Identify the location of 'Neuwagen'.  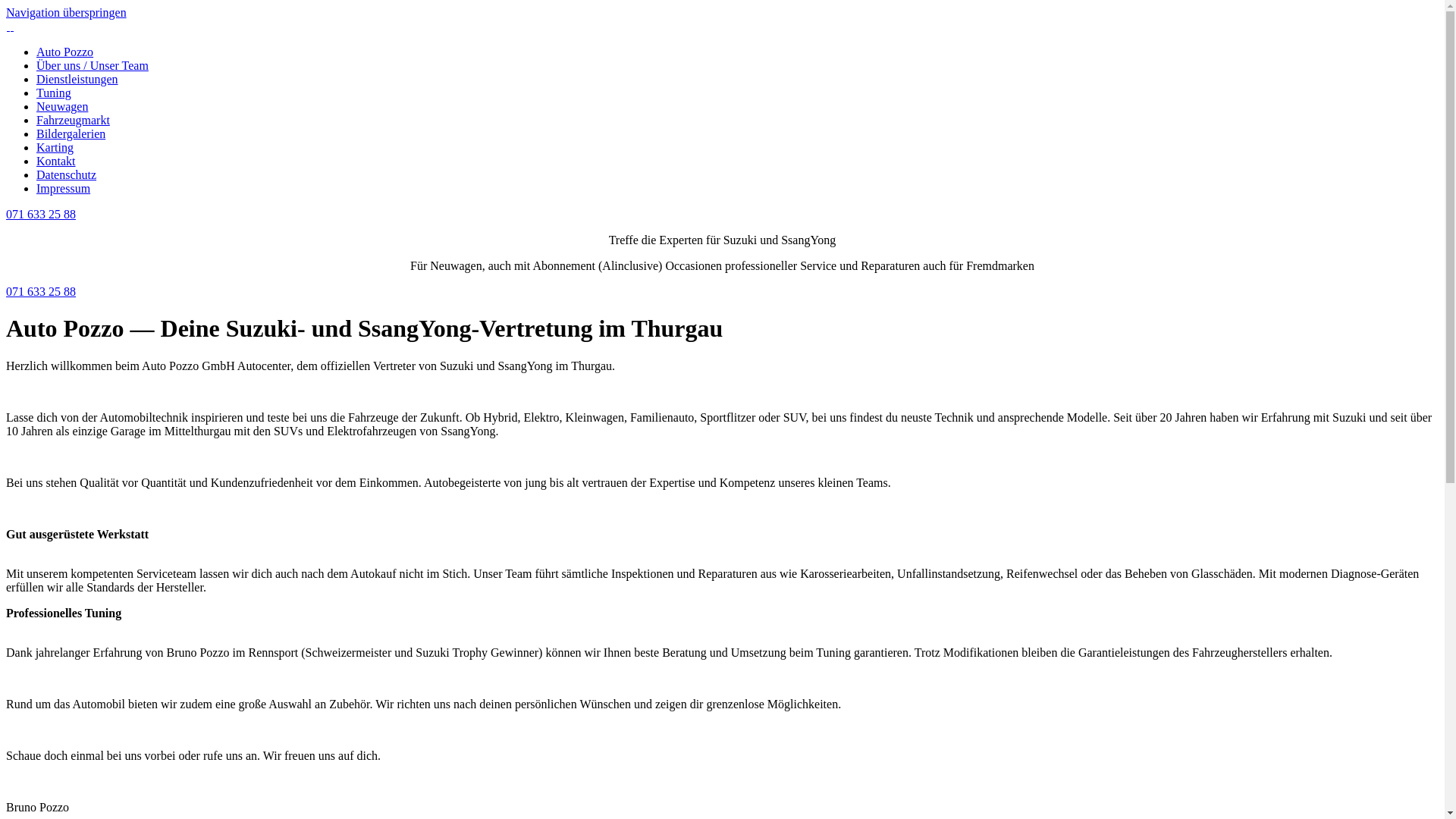
(36, 105).